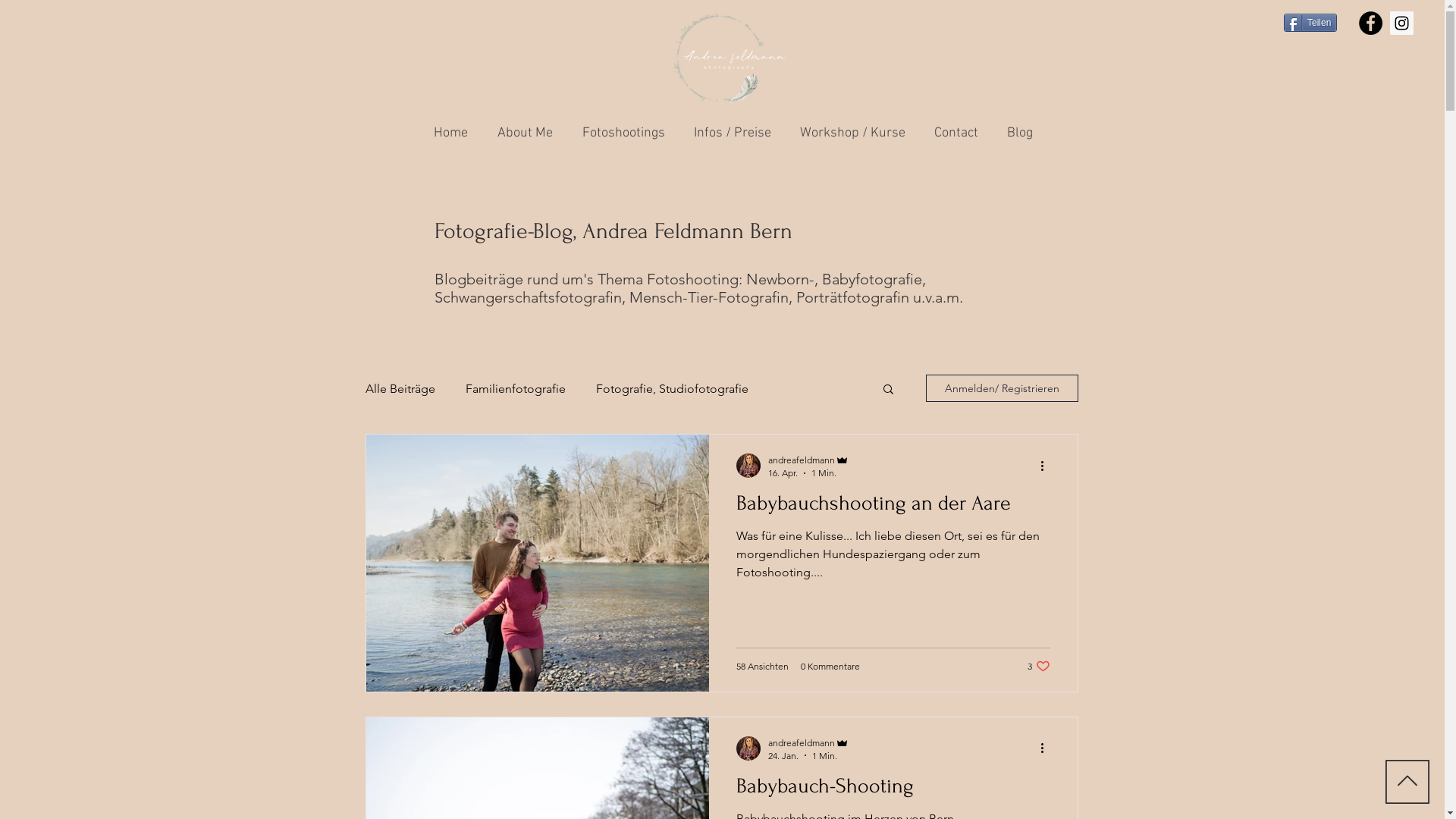  Describe the element at coordinates (563, 132) in the screenshot. I see `'Fotoshootings'` at that location.